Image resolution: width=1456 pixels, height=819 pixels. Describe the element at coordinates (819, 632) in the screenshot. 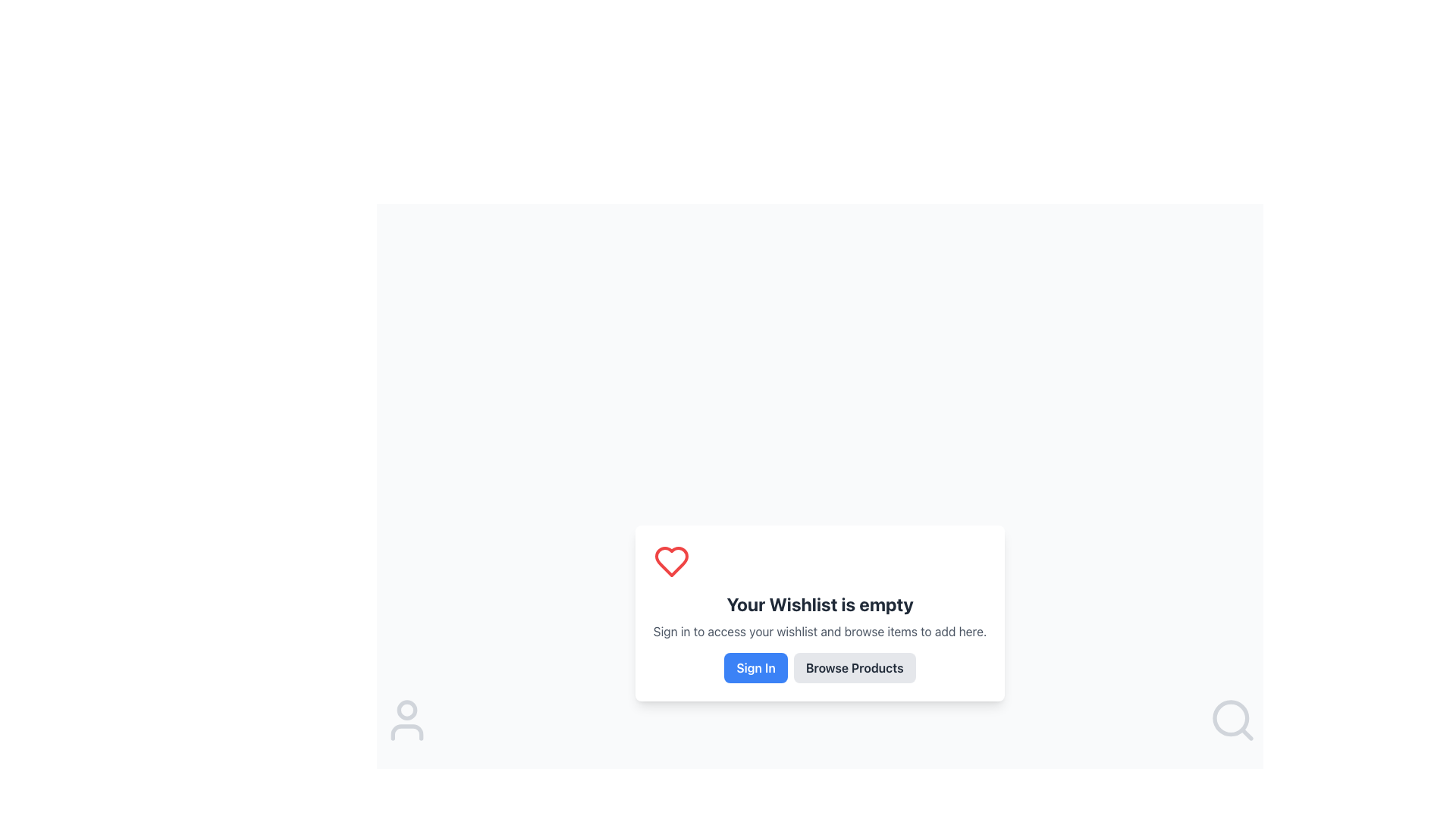

I see `the text paragraph styled in gray color located immediately below the bold text 'Your Wishlist is empty'` at that location.